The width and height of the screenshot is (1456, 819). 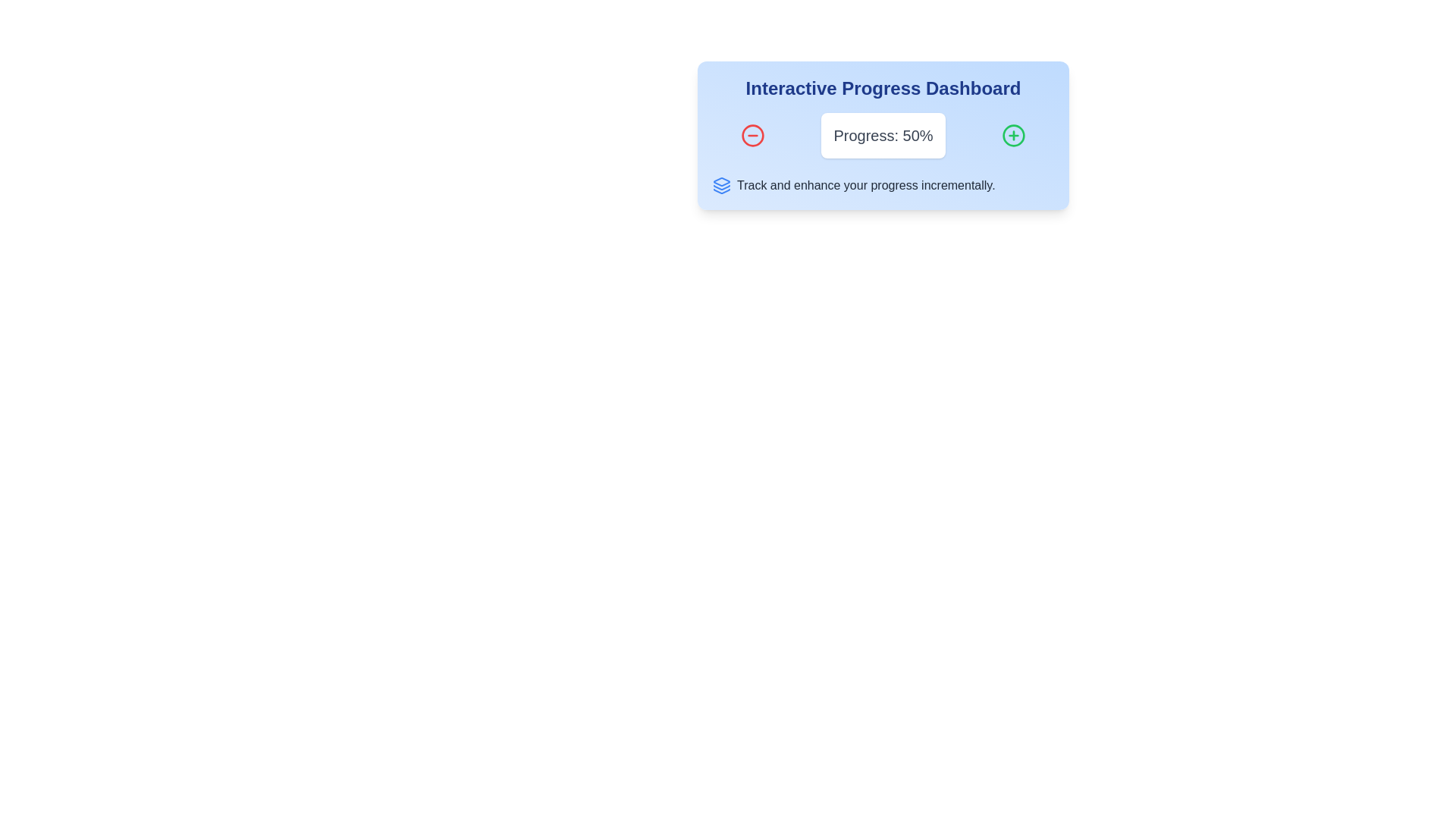 I want to click on the static informational box displaying the progress percentage ('50%') located in the blue rectangular dashboard between the red minus and green plus icons, so click(x=883, y=134).